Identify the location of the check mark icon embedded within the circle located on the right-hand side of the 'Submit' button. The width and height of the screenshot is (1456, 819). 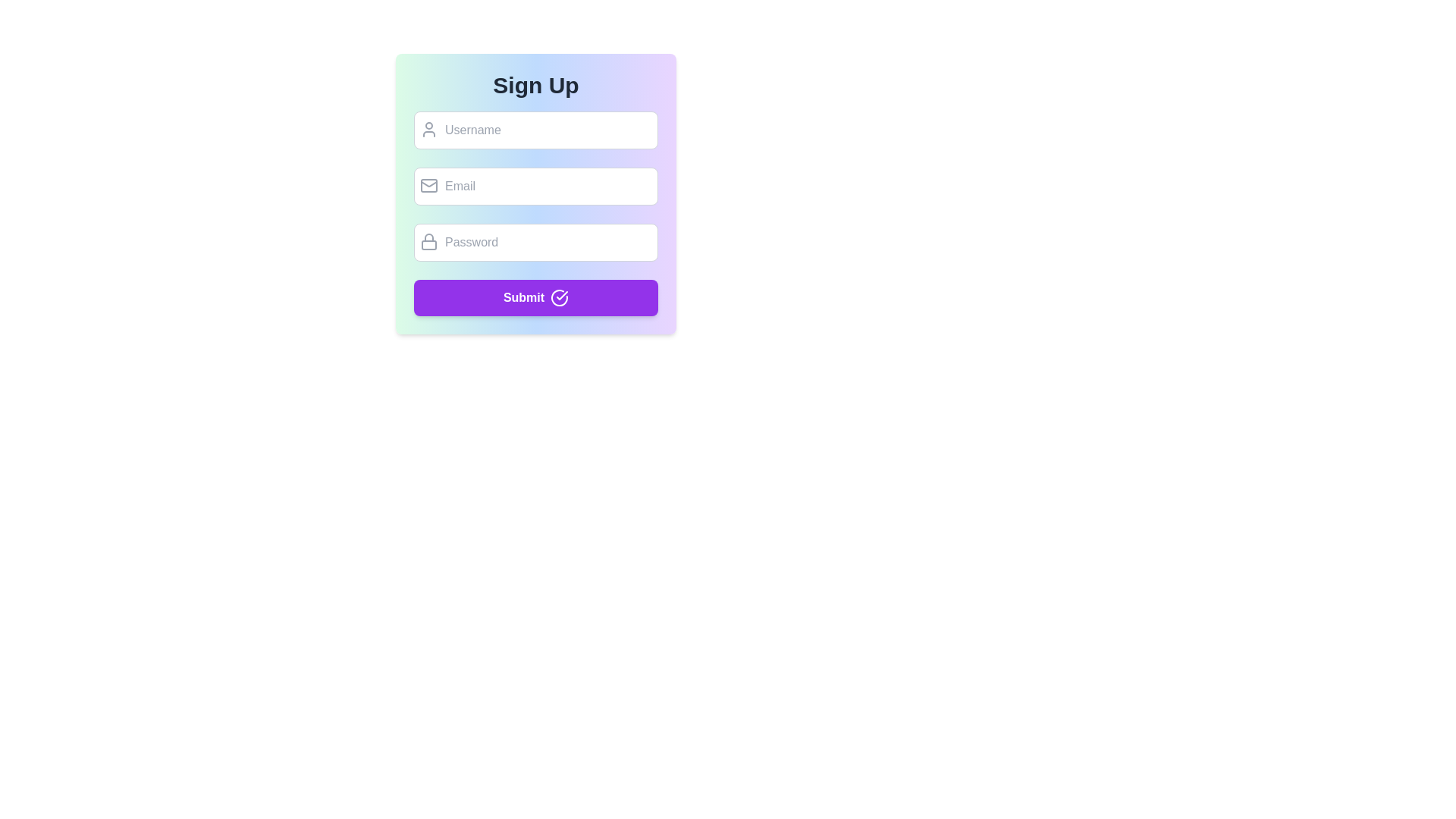
(561, 295).